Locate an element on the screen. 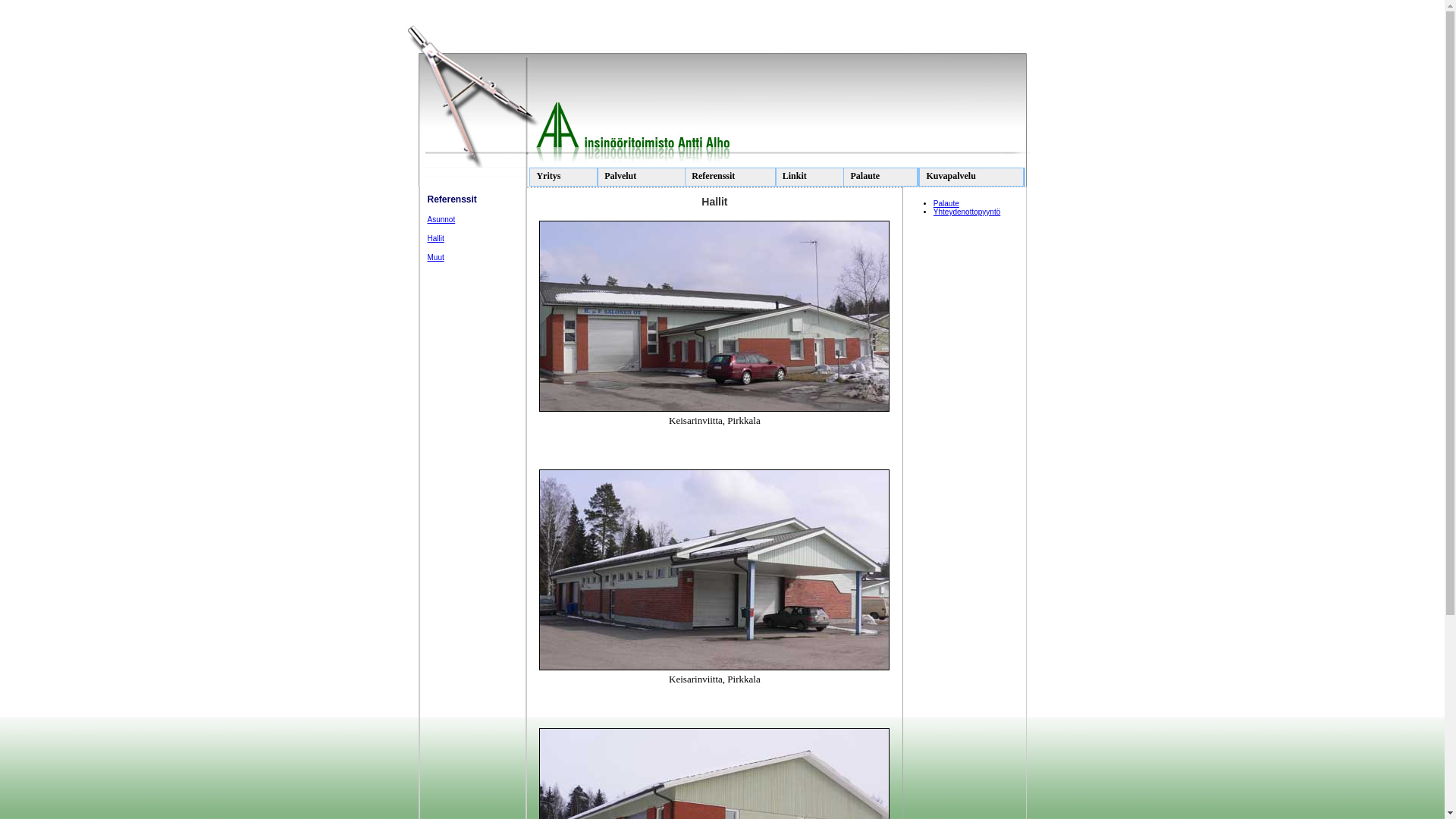 This screenshot has width=1456, height=819. 'Kuvapalvelu' is located at coordinates (971, 176).